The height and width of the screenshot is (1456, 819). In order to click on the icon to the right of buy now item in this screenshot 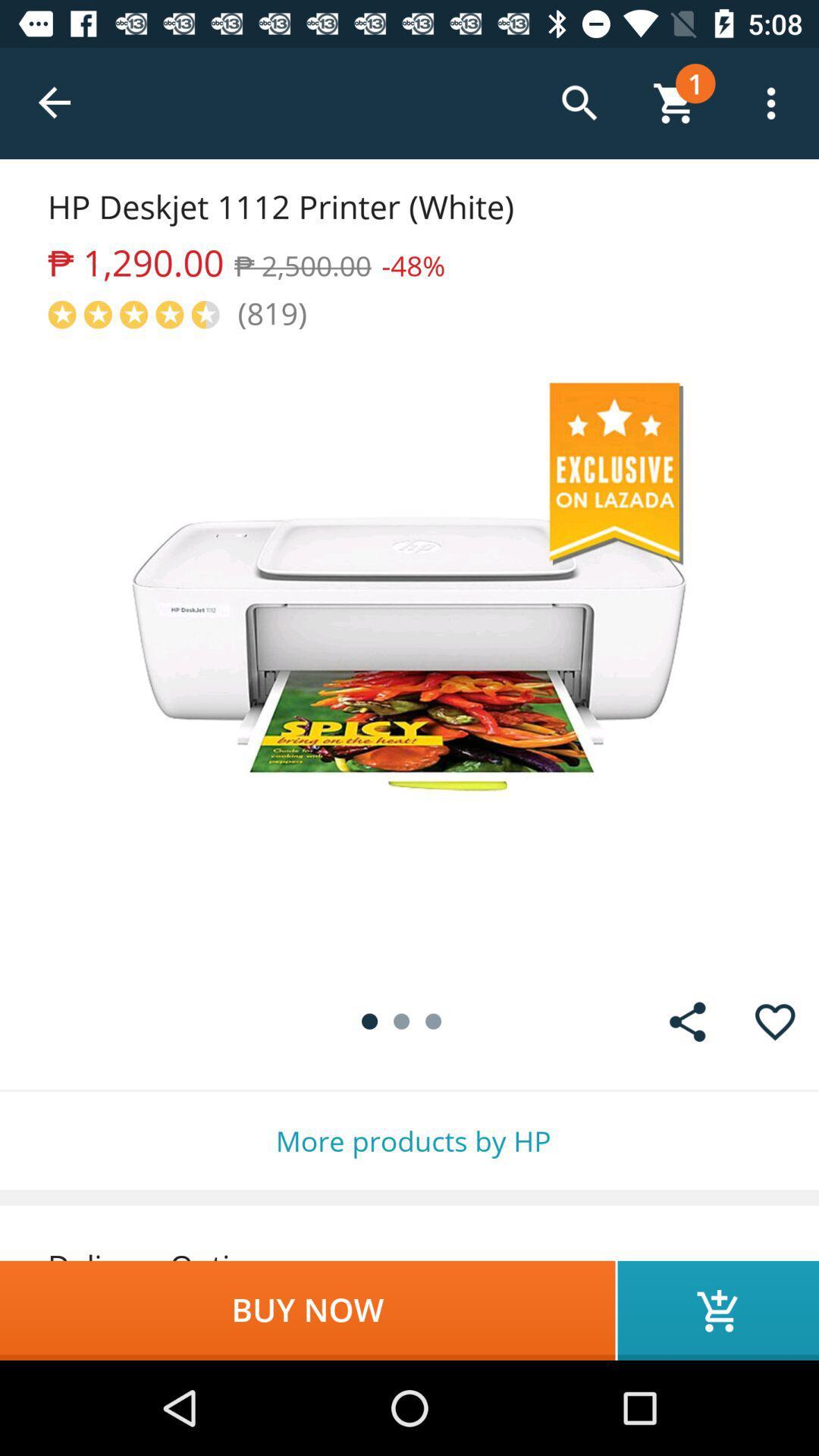, I will do `click(717, 1310)`.